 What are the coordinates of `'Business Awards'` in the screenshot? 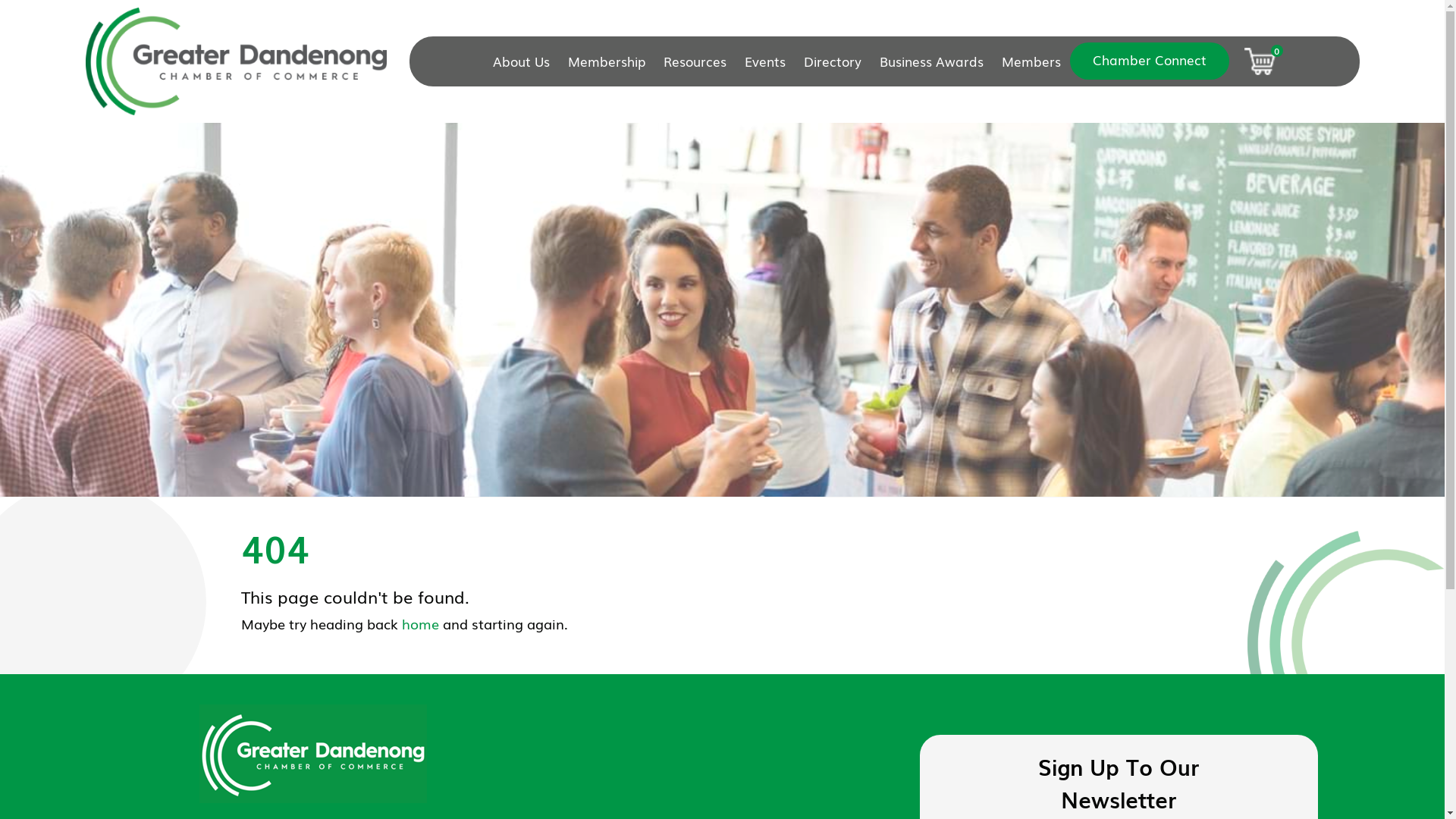 It's located at (930, 61).